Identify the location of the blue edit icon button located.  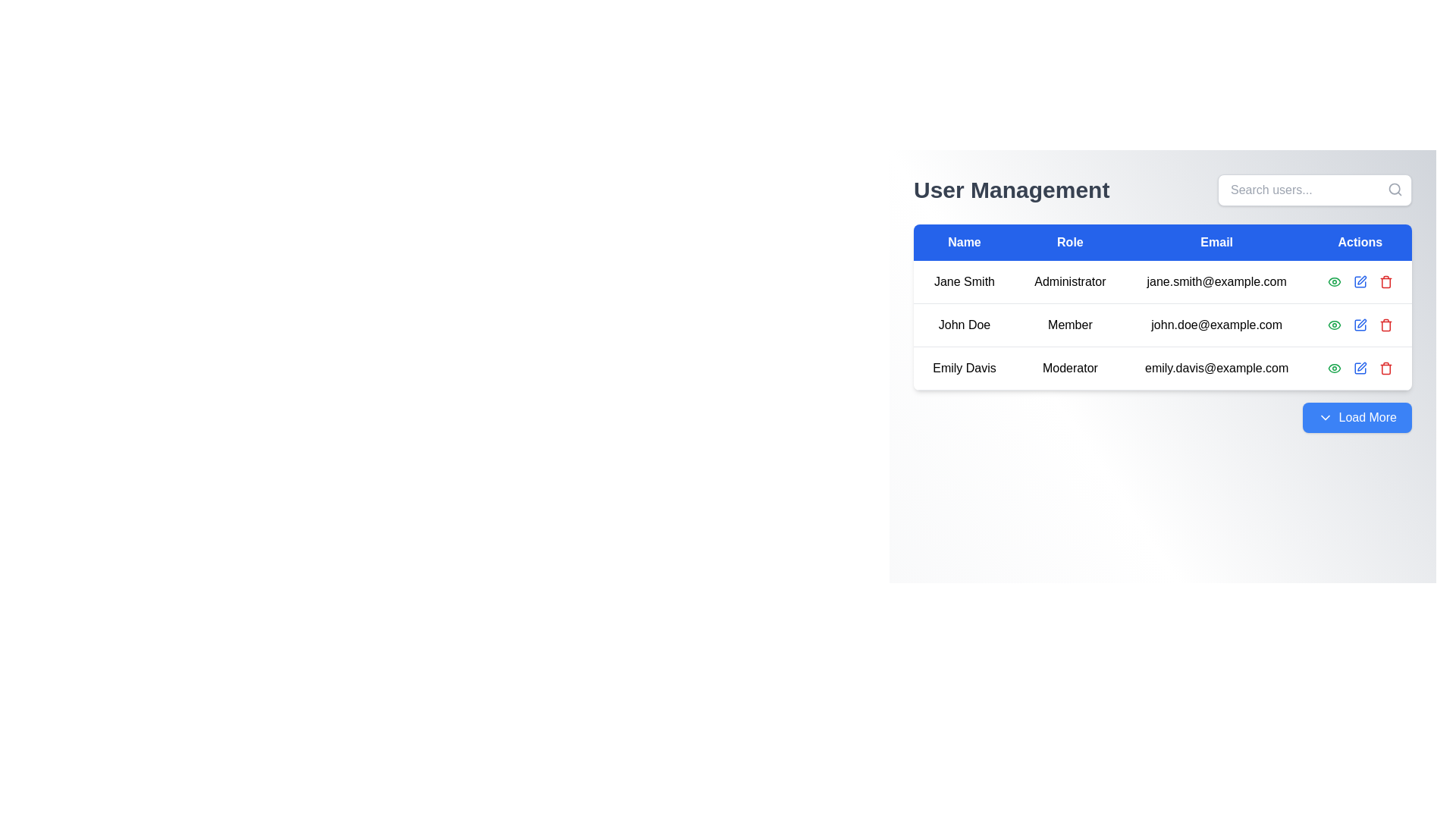
(1360, 369).